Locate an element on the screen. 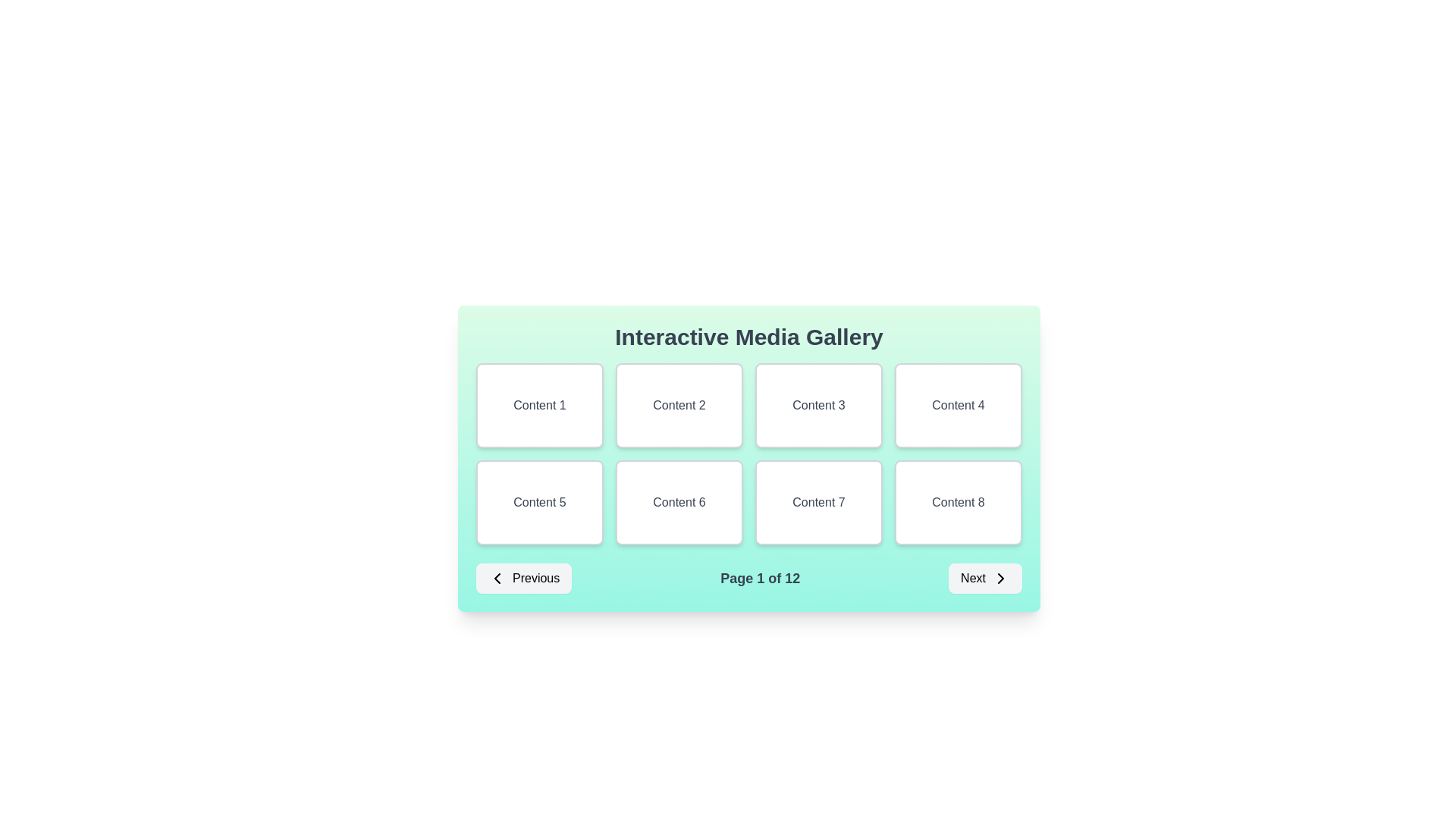 The height and width of the screenshot is (819, 1456). the static display box containing the text 'Content 1' located in the top-left corner of a grid layout is located at coordinates (539, 405).